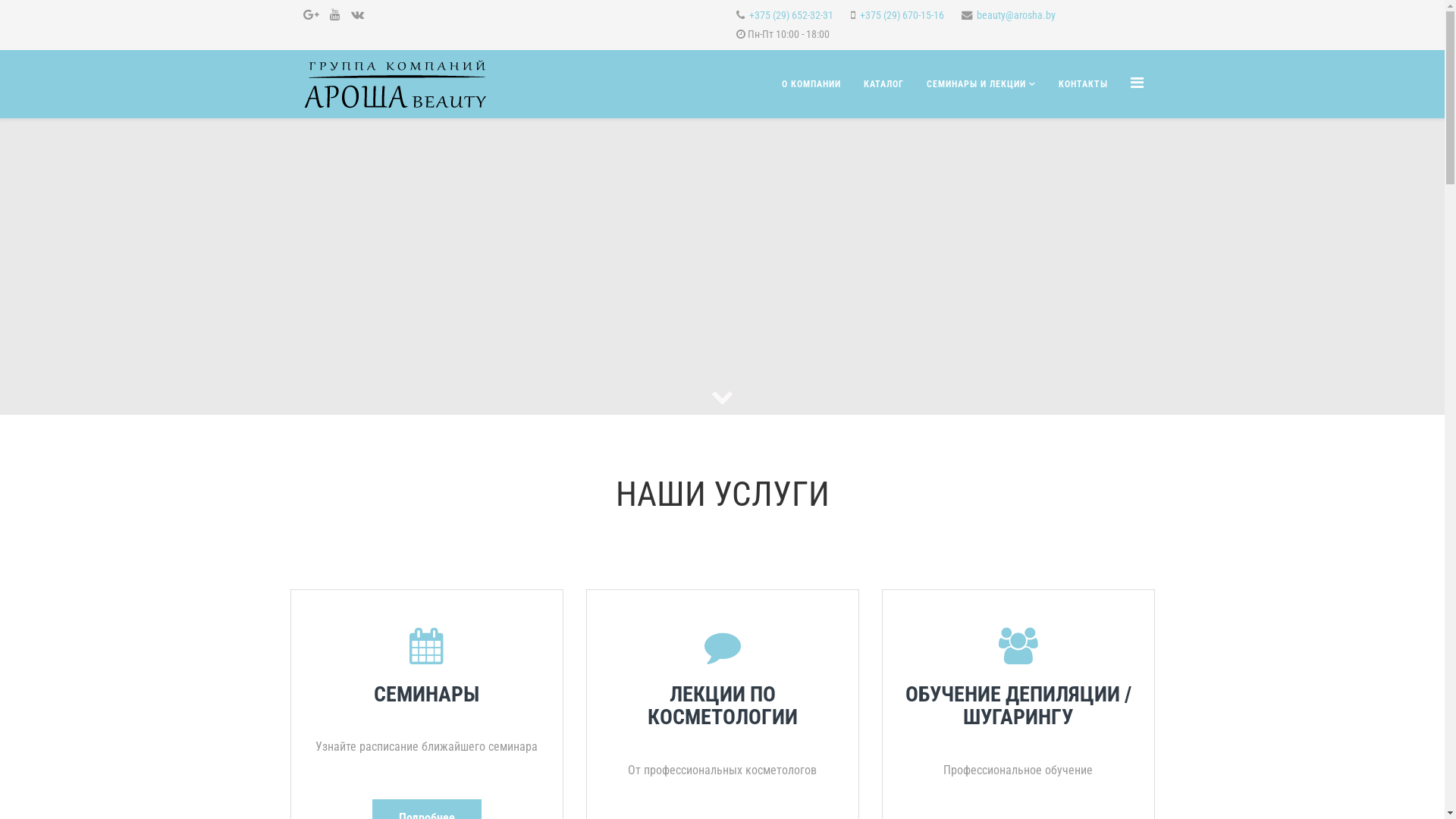 The height and width of the screenshot is (819, 1456). Describe the element at coordinates (790, 15) in the screenshot. I see `'+375 (29) 652-32-31'` at that location.